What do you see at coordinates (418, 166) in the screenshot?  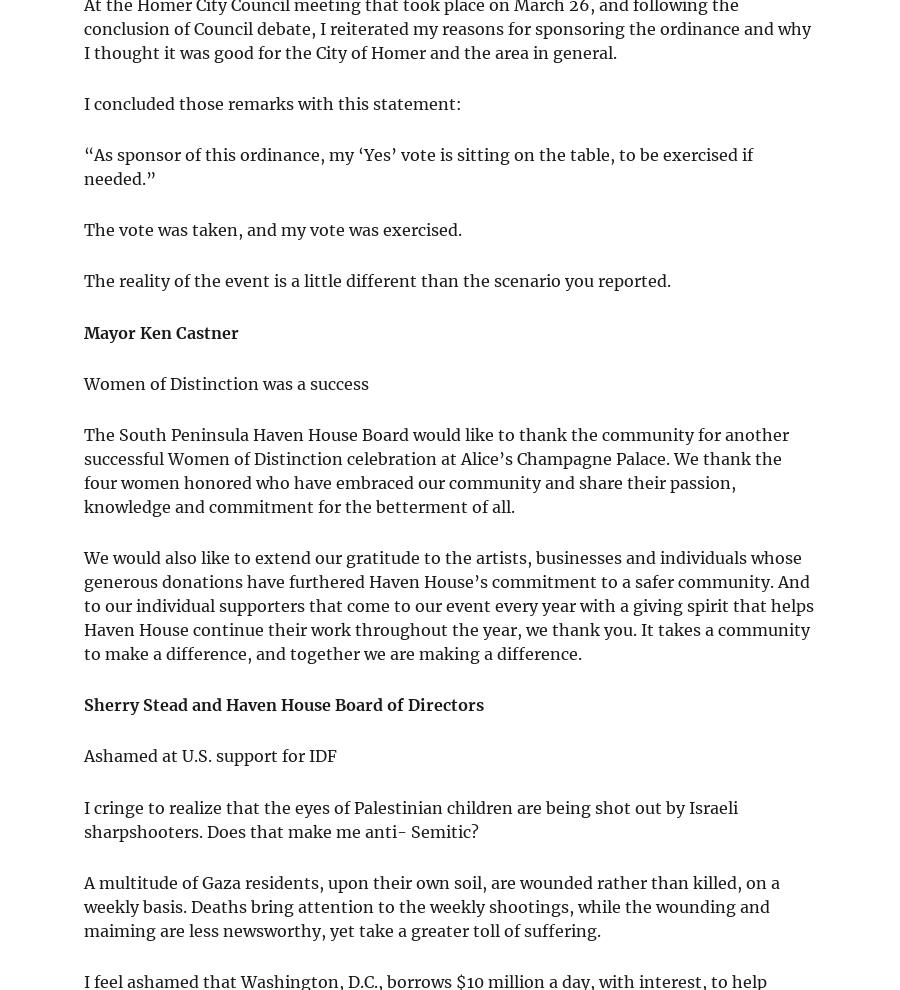 I see `'“As sponsor of this ordinance, my ‘Yes’ vote is sitting on the table, to be exercised if needed.”'` at bounding box center [418, 166].